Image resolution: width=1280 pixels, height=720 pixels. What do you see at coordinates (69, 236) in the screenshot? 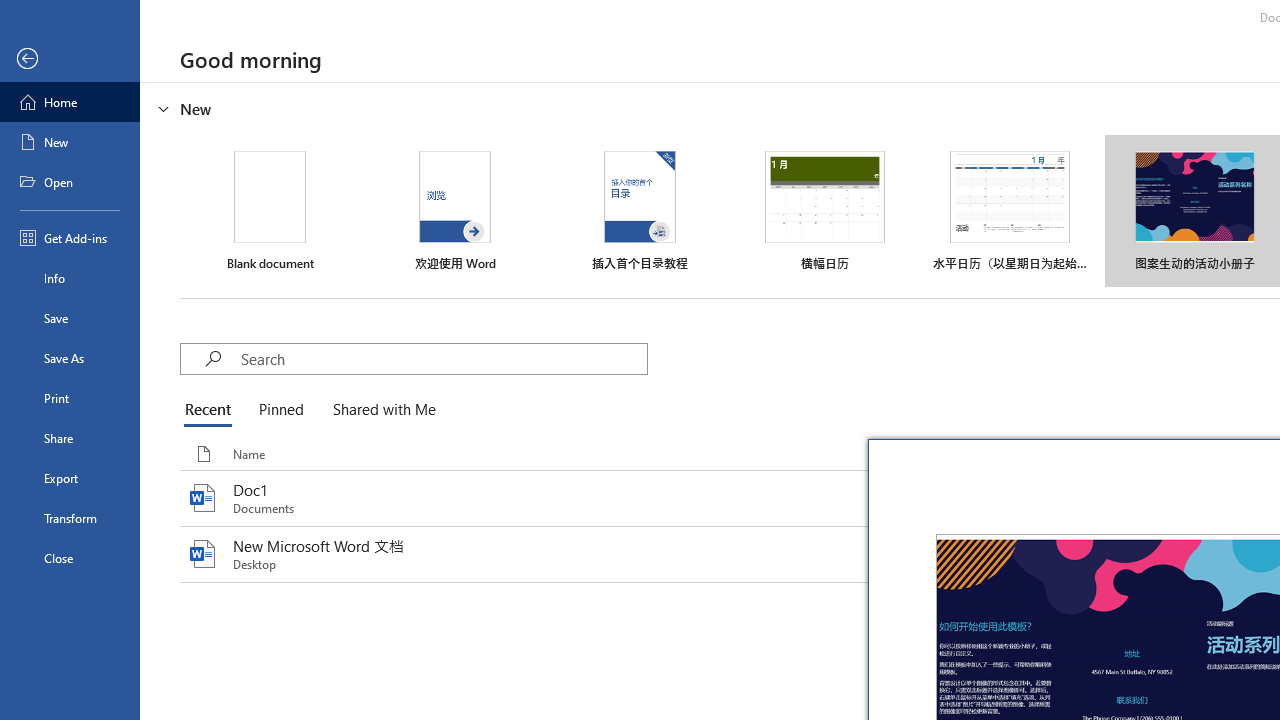
I see `'Get Add-ins'` at bounding box center [69, 236].